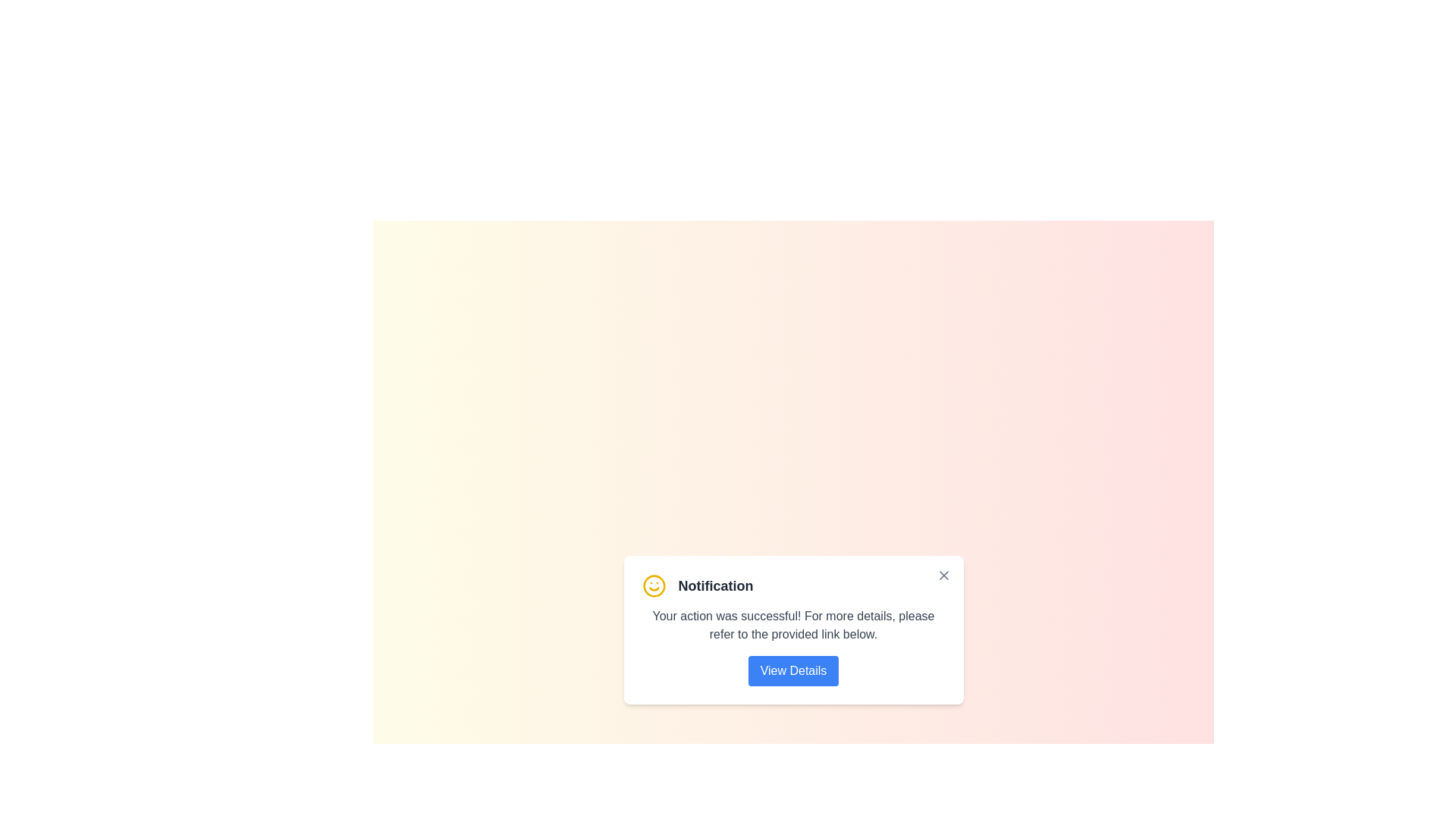 This screenshot has width=1456, height=819. What do you see at coordinates (792, 670) in the screenshot?
I see `the 'View Details' button to navigate to the details page` at bounding box center [792, 670].